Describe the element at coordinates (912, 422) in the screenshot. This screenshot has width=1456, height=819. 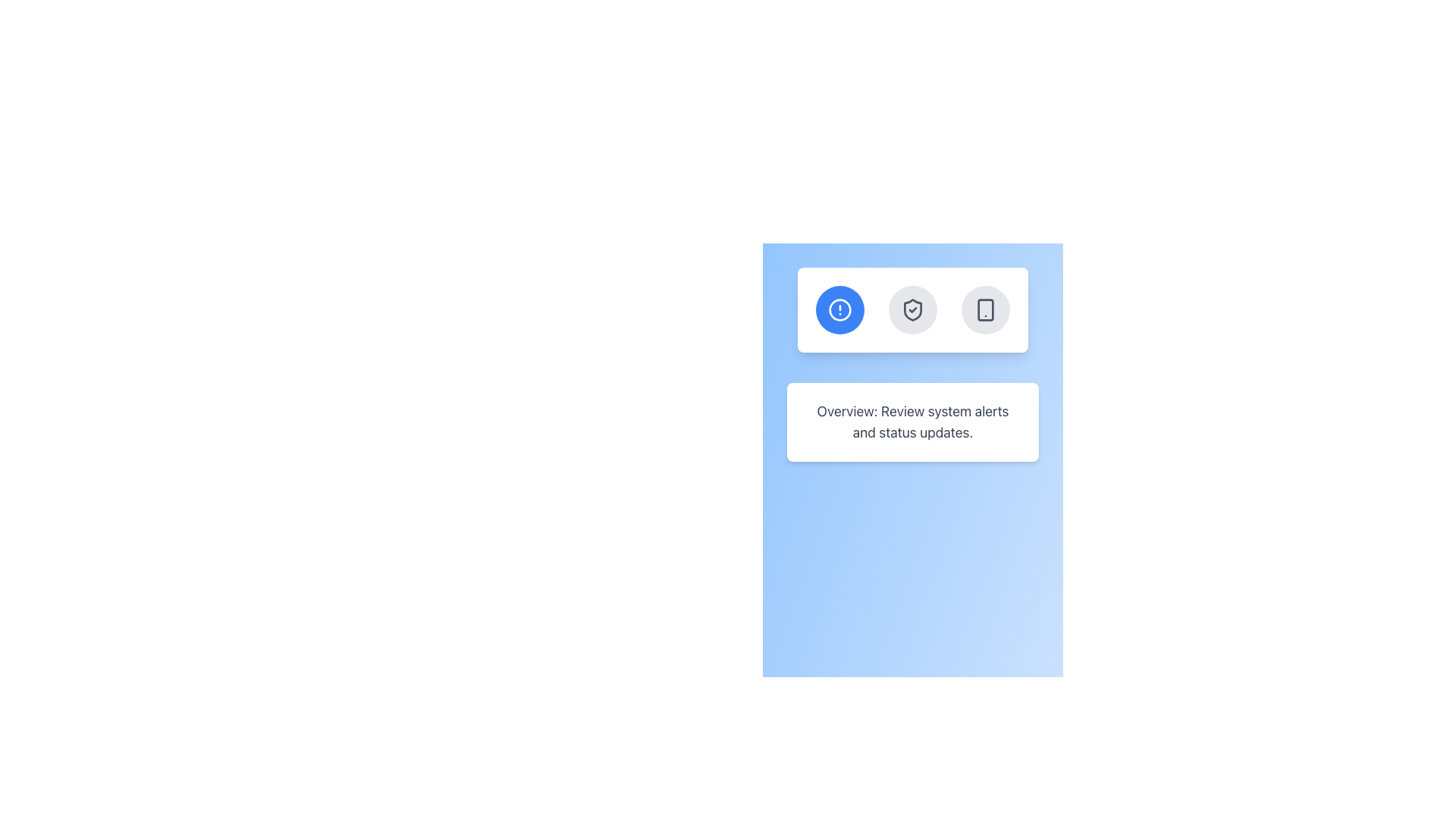
I see `informational content from the text block located centrally below the row of three circular buttons` at that location.